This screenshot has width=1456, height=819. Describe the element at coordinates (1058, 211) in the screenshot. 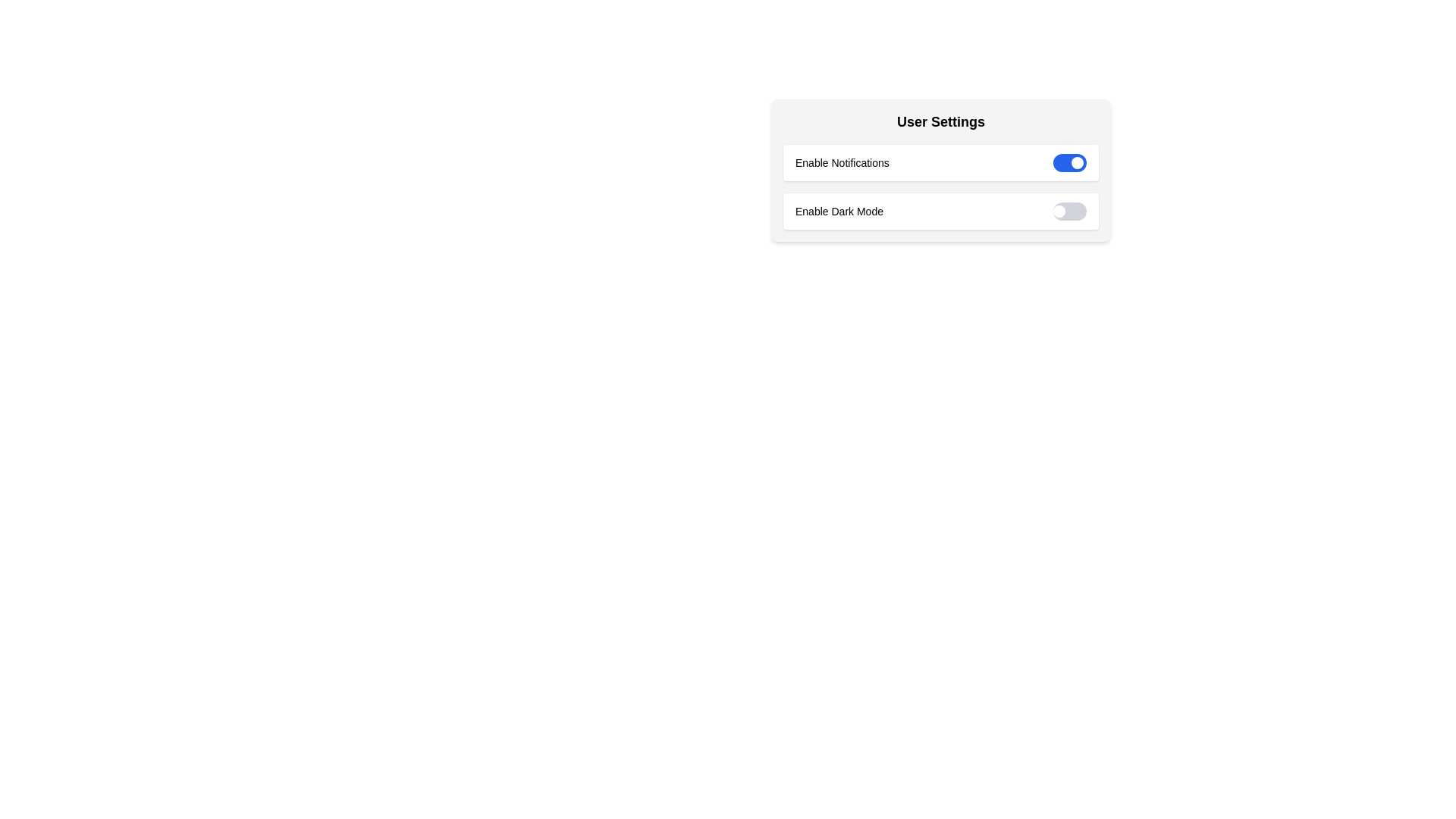

I see `the toggle switch knob for 'Enable Dark Mode', which is a small circular knob located inside a light gray track, currently positioned to the left indicating 'off'` at that location.